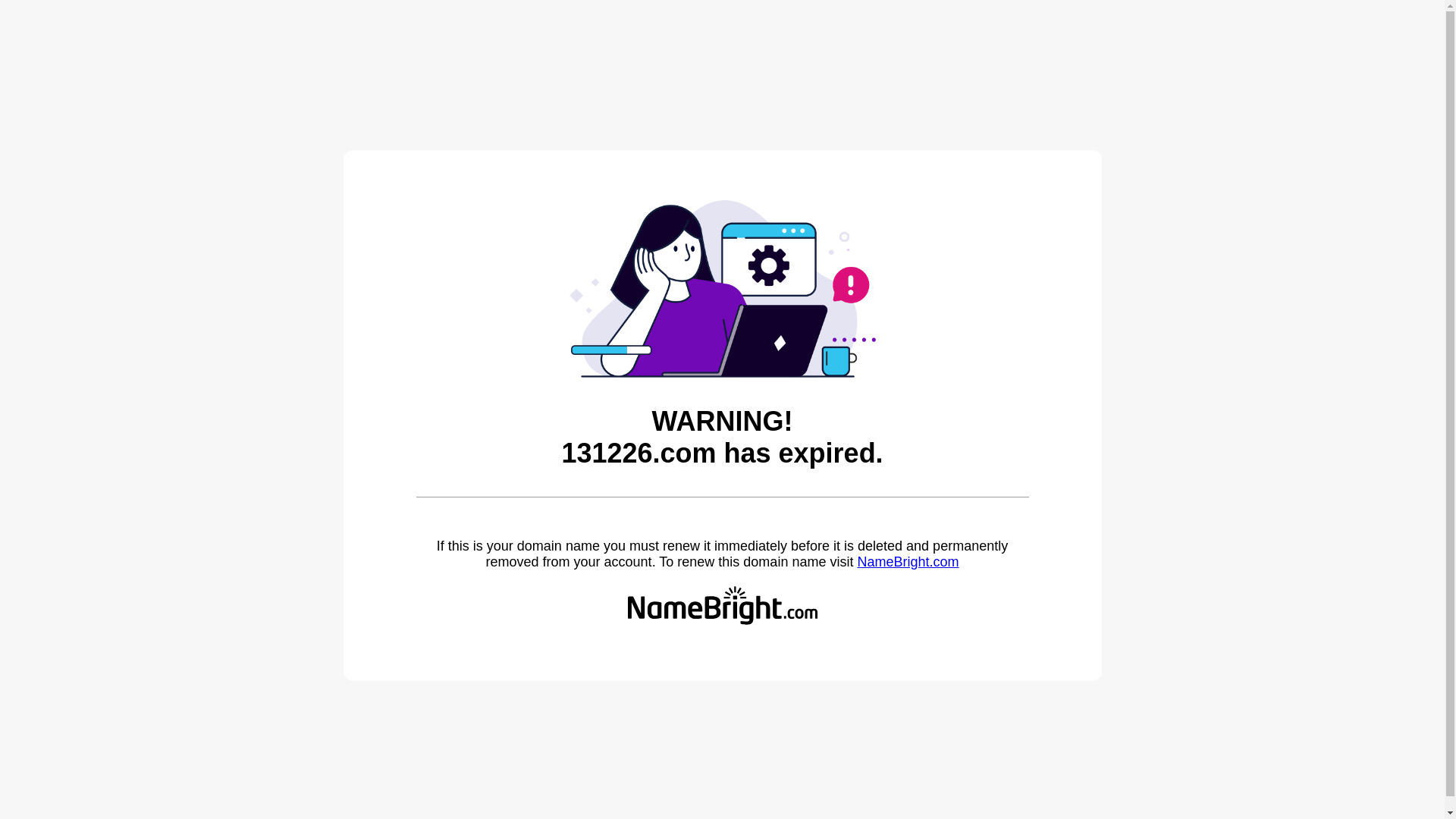 The height and width of the screenshot is (819, 1456). Describe the element at coordinates (907, 561) in the screenshot. I see `'NameBright.com'` at that location.